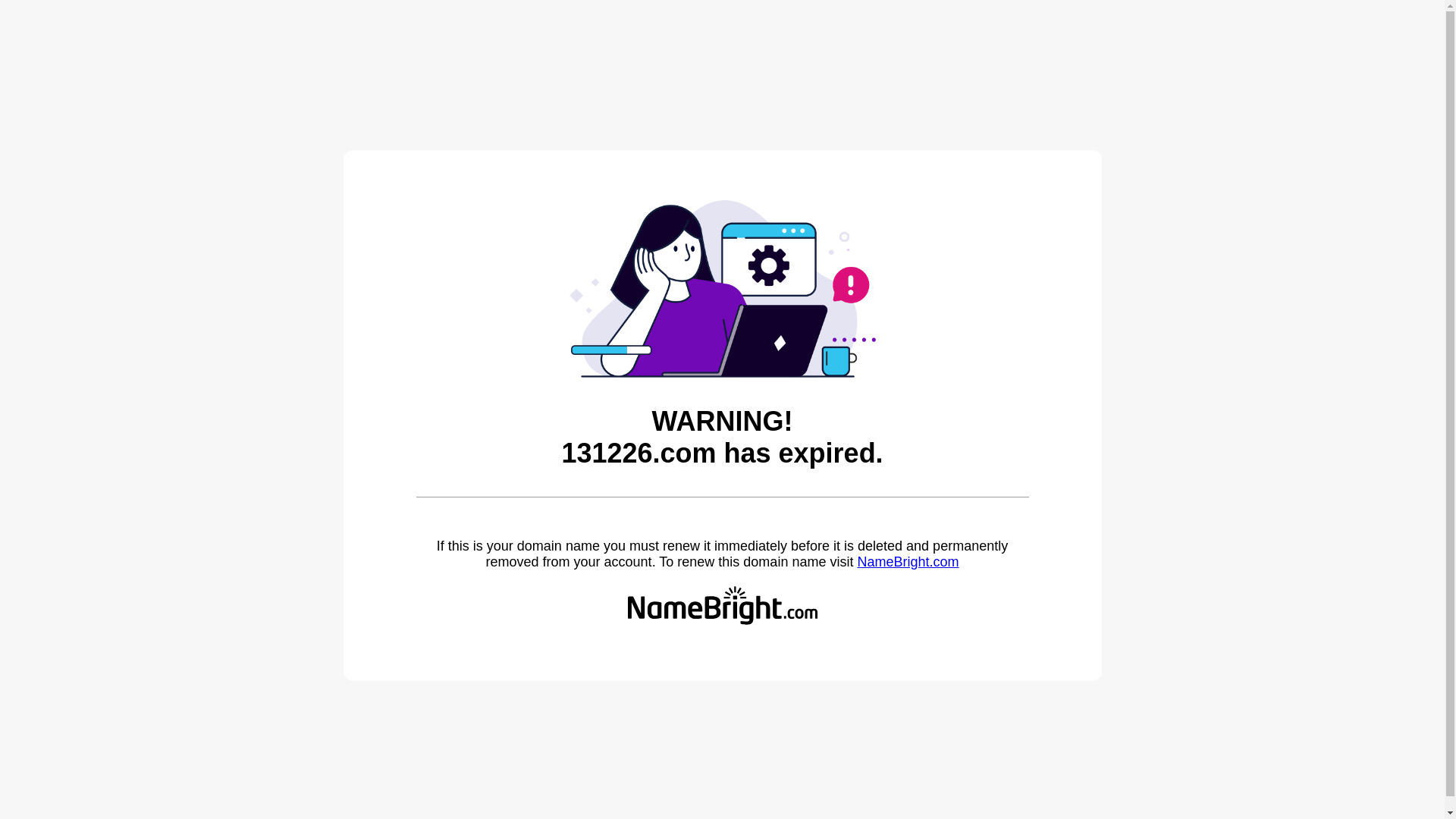 The height and width of the screenshot is (819, 1456). Describe the element at coordinates (907, 561) in the screenshot. I see `'NameBright.com'` at that location.